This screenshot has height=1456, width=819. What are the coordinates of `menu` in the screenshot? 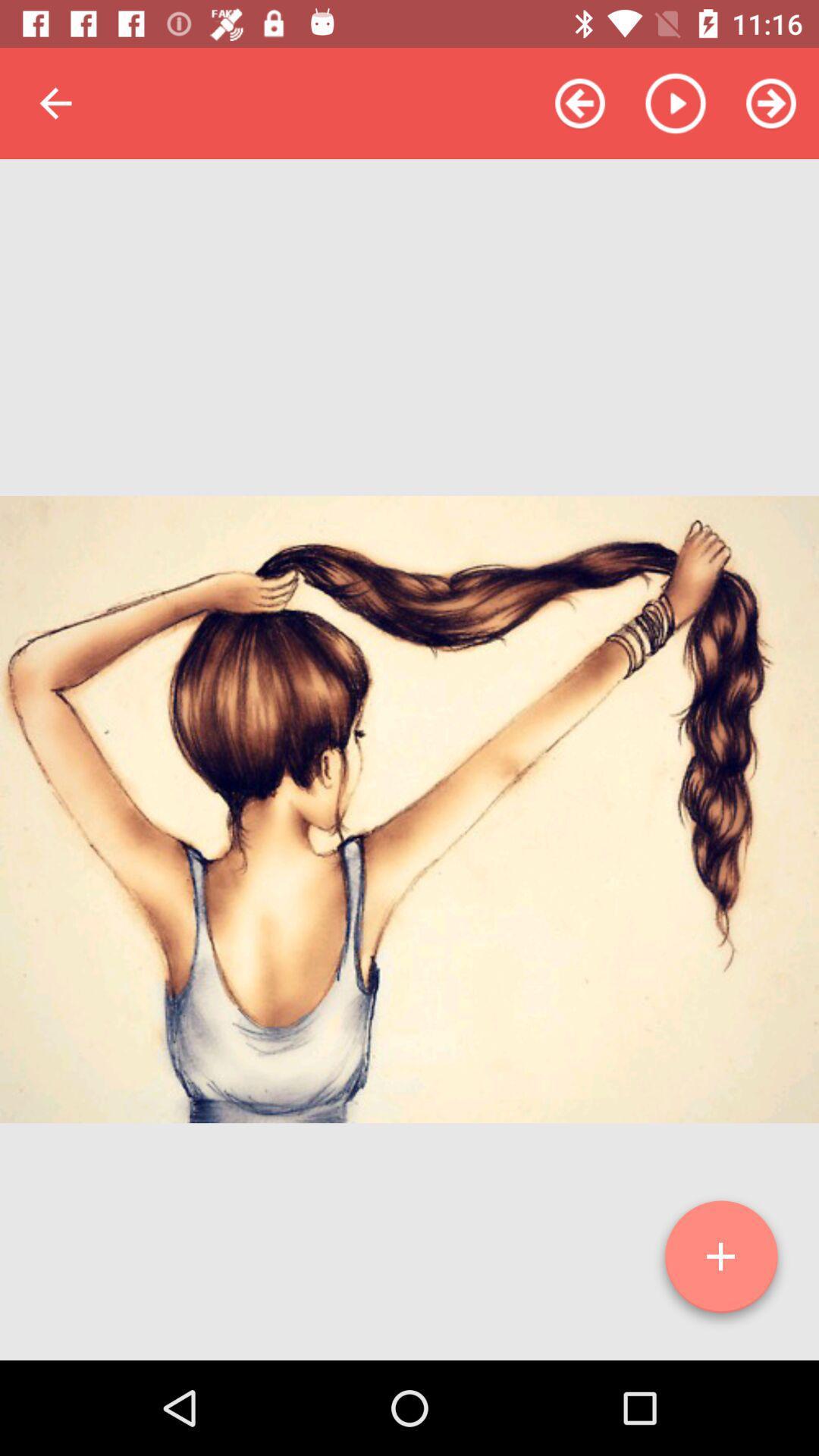 It's located at (720, 1263).